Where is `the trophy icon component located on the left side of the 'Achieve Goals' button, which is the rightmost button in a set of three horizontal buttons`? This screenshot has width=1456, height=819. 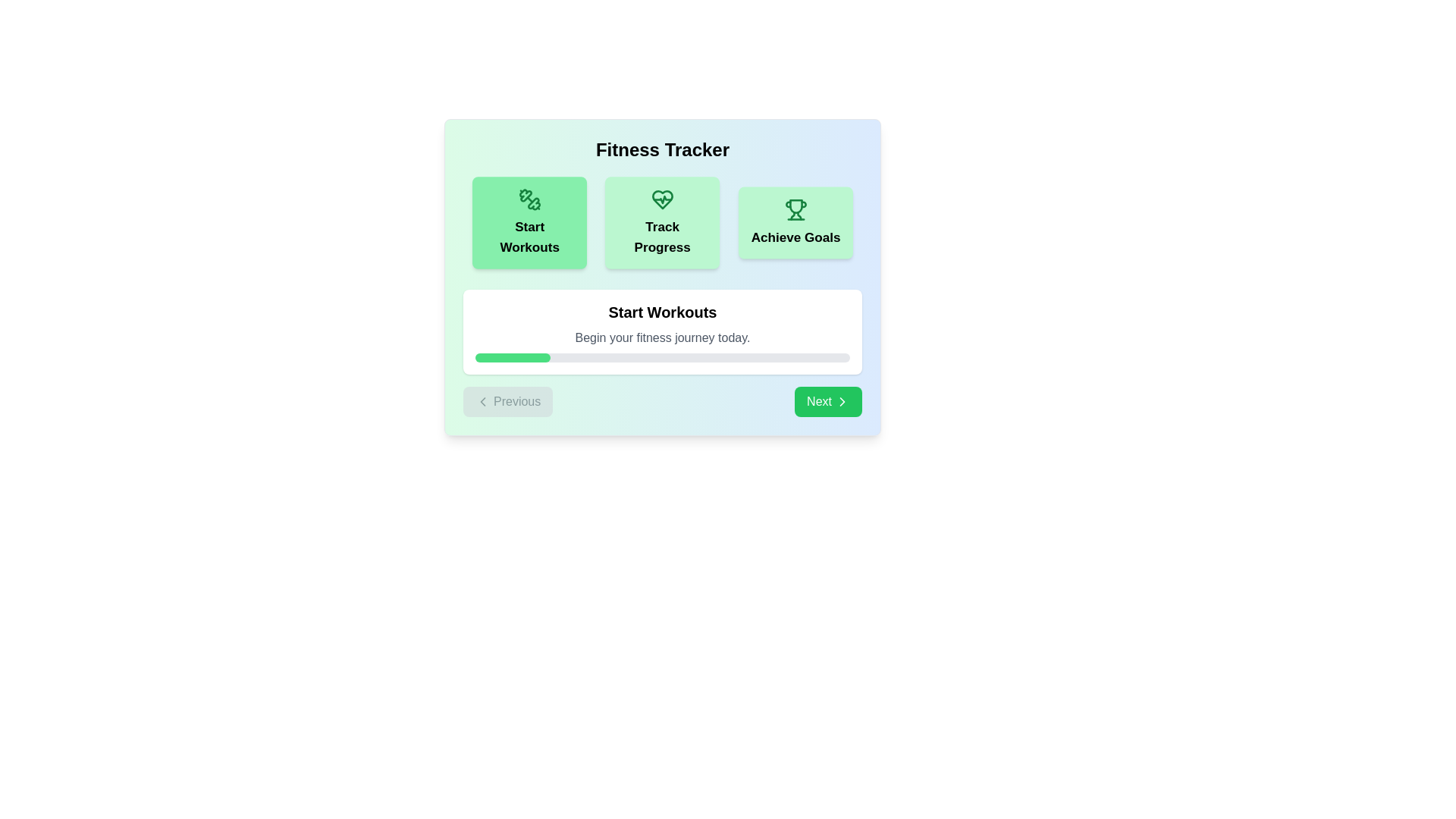 the trophy icon component located on the left side of the 'Achieve Goals' button, which is the rightmost button in a set of three horizontal buttons is located at coordinates (791, 215).